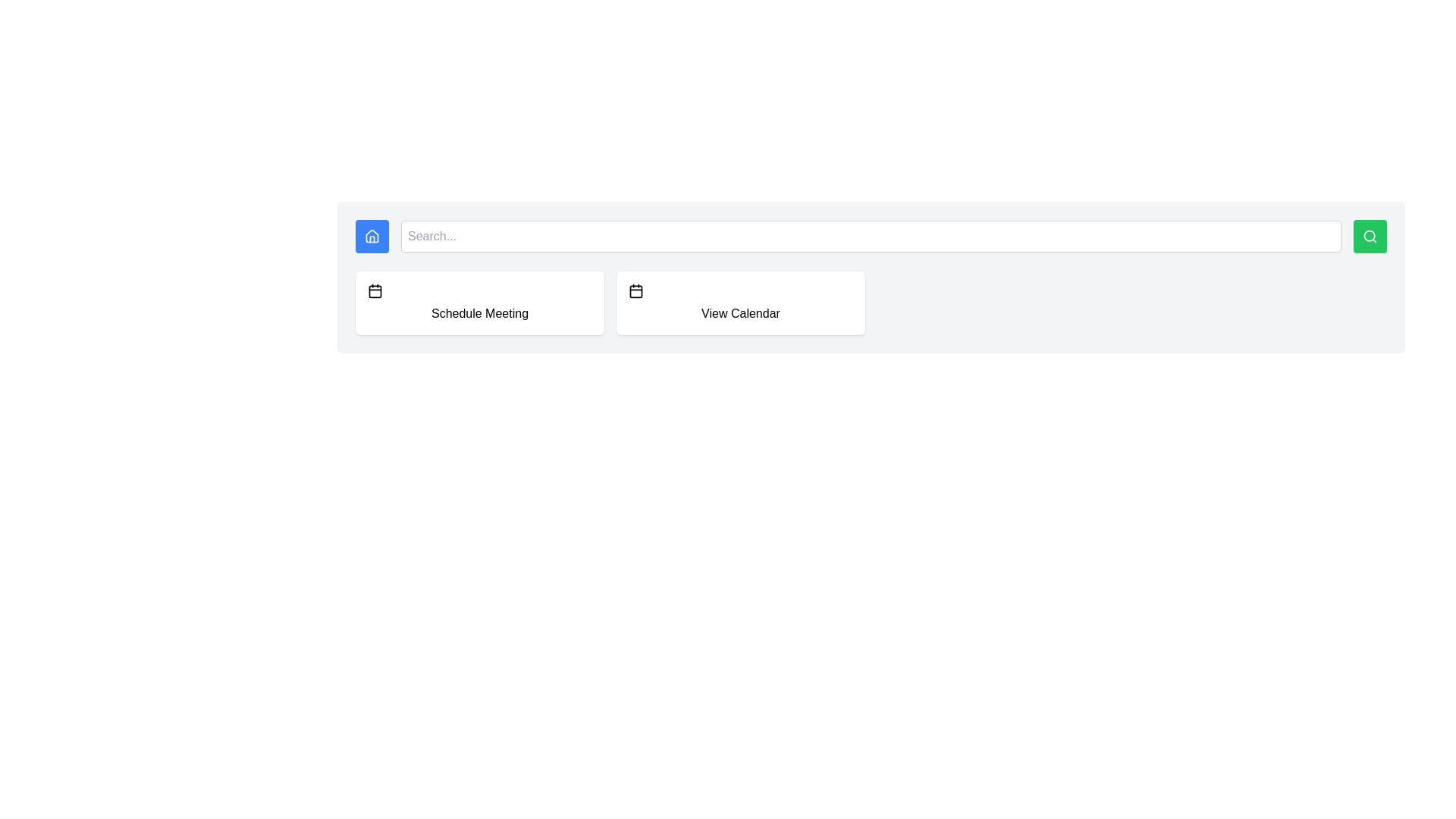  What do you see at coordinates (372, 237) in the screenshot?
I see `the blue square button with a house icon and white outline located at the top-left corner of the interface` at bounding box center [372, 237].